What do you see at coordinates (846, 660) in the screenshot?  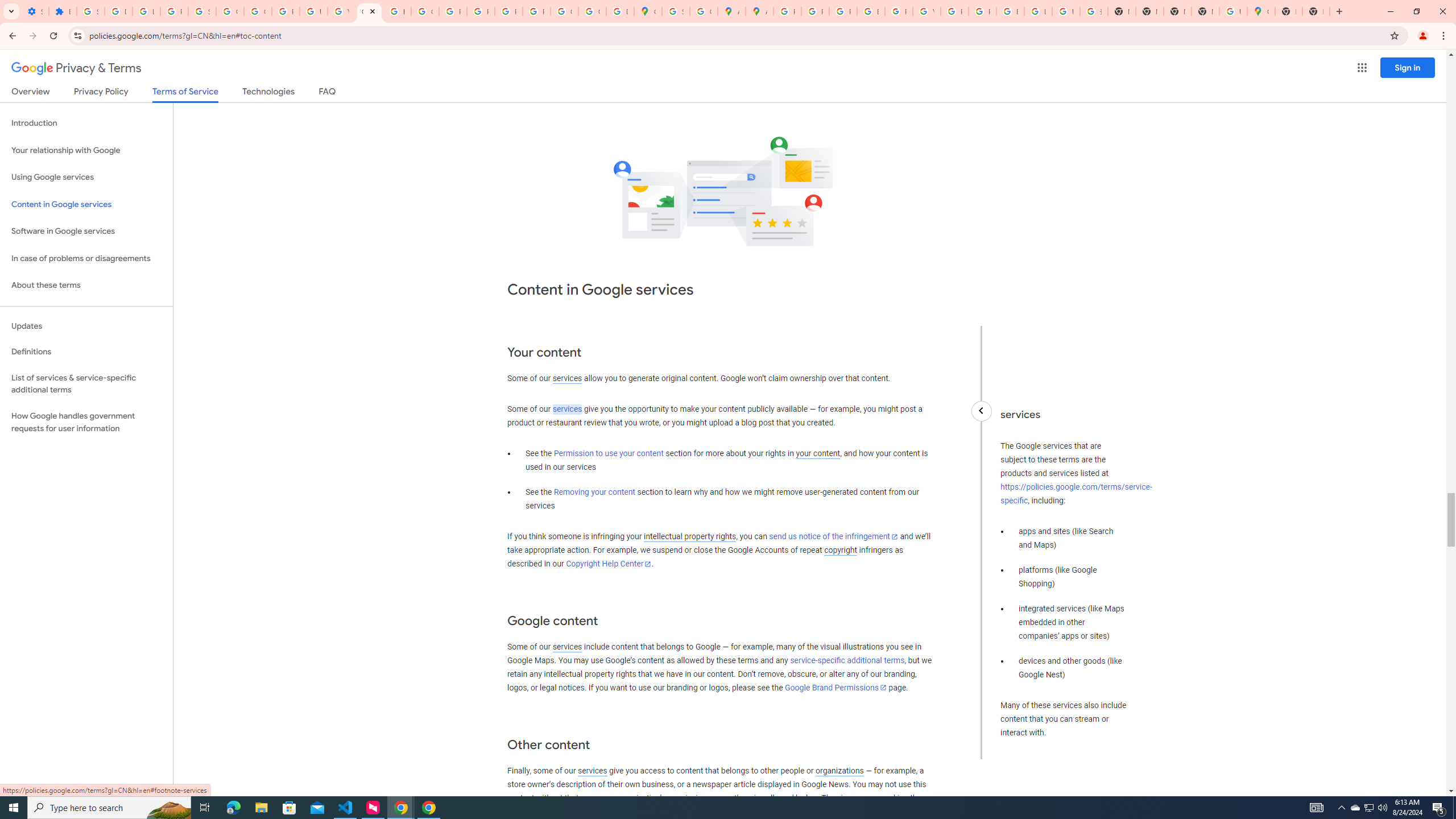 I see `'service-specific additional terms'` at bounding box center [846, 660].